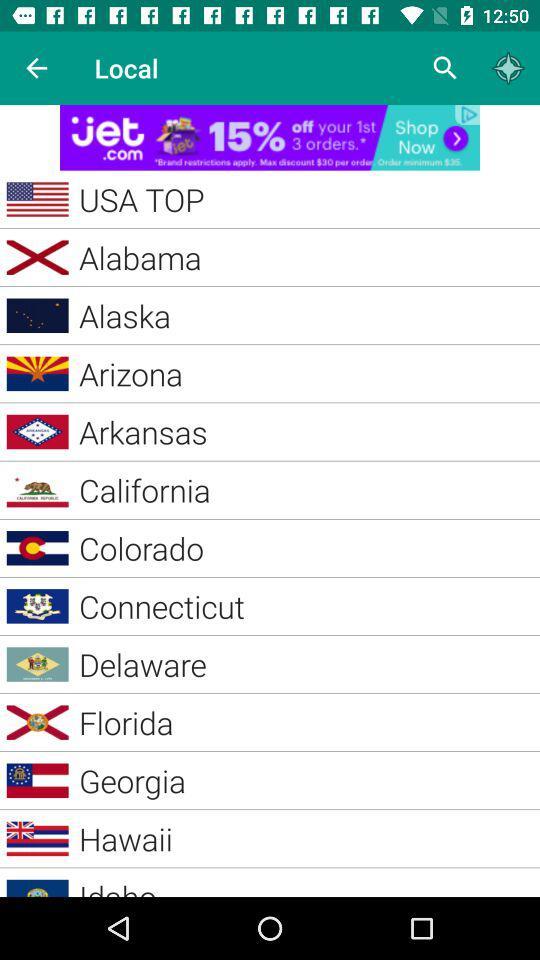  I want to click on search, so click(445, 68).